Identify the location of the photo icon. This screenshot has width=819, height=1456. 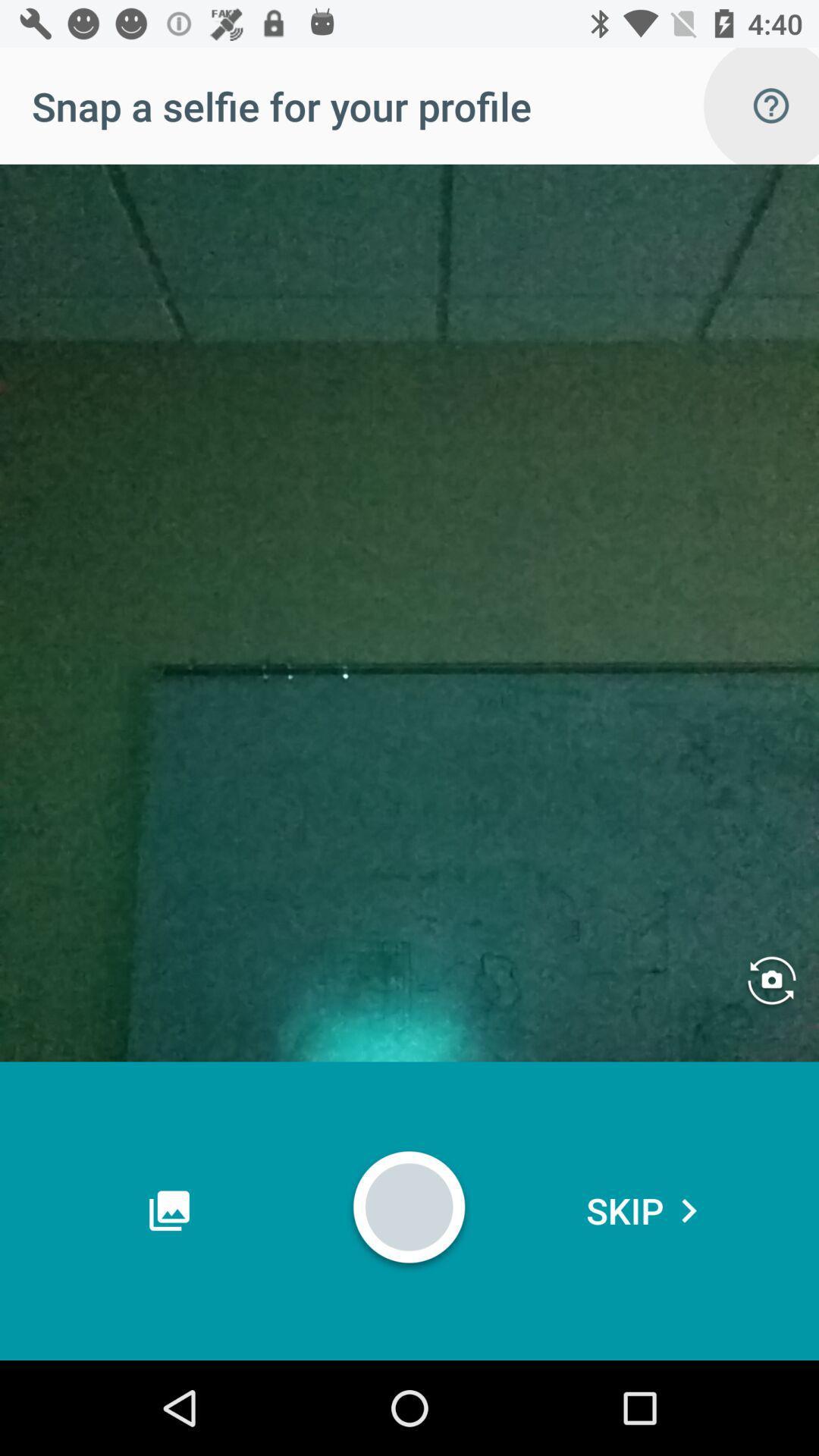
(771, 982).